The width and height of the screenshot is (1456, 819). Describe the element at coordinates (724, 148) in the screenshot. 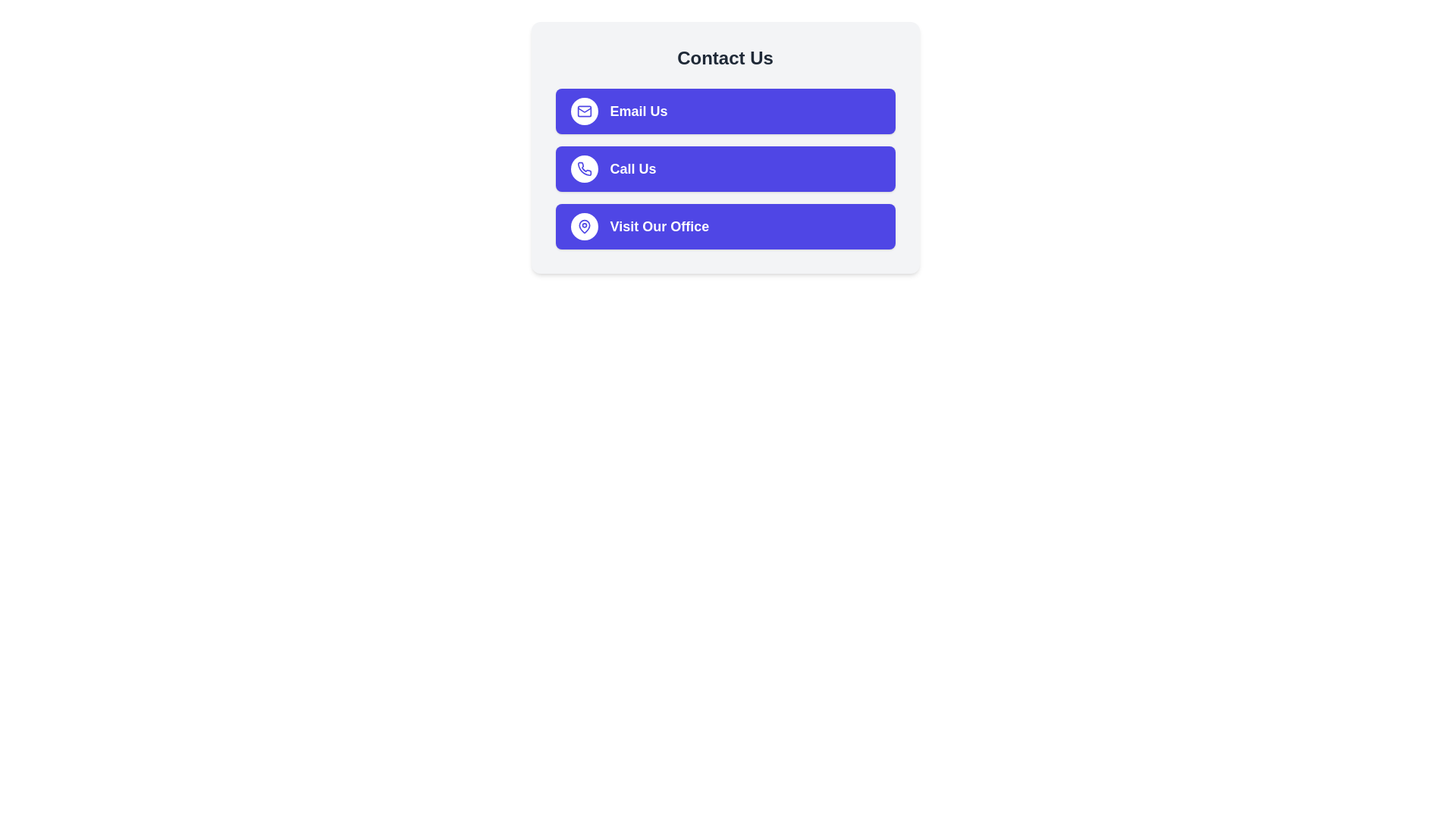

I see `the second button in the vertical stack under the 'Contact Us' title to initiate a phone call` at that location.